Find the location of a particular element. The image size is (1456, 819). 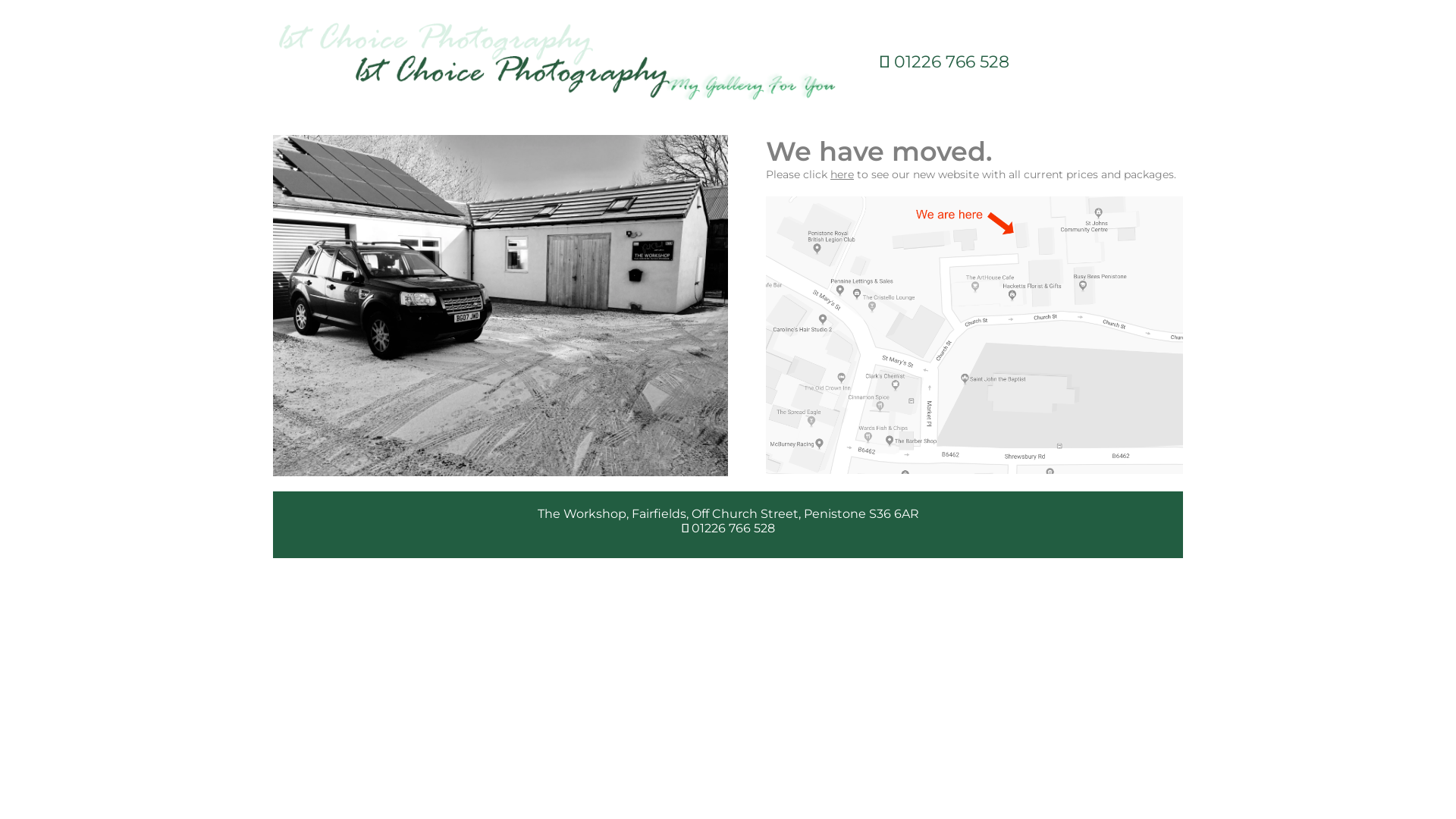

'here' is located at coordinates (841, 174).